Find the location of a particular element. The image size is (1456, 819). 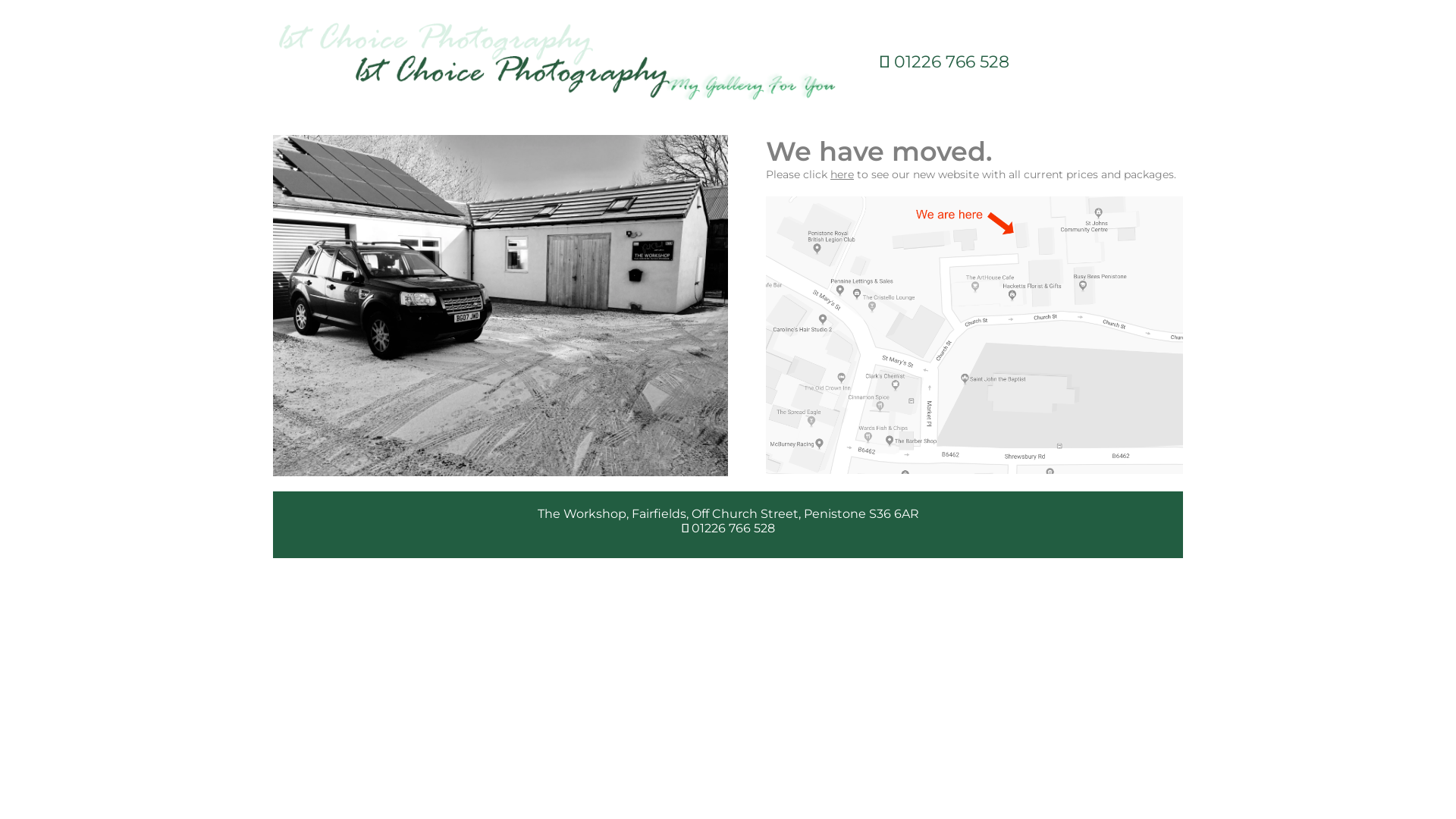

'here' is located at coordinates (841, 174).